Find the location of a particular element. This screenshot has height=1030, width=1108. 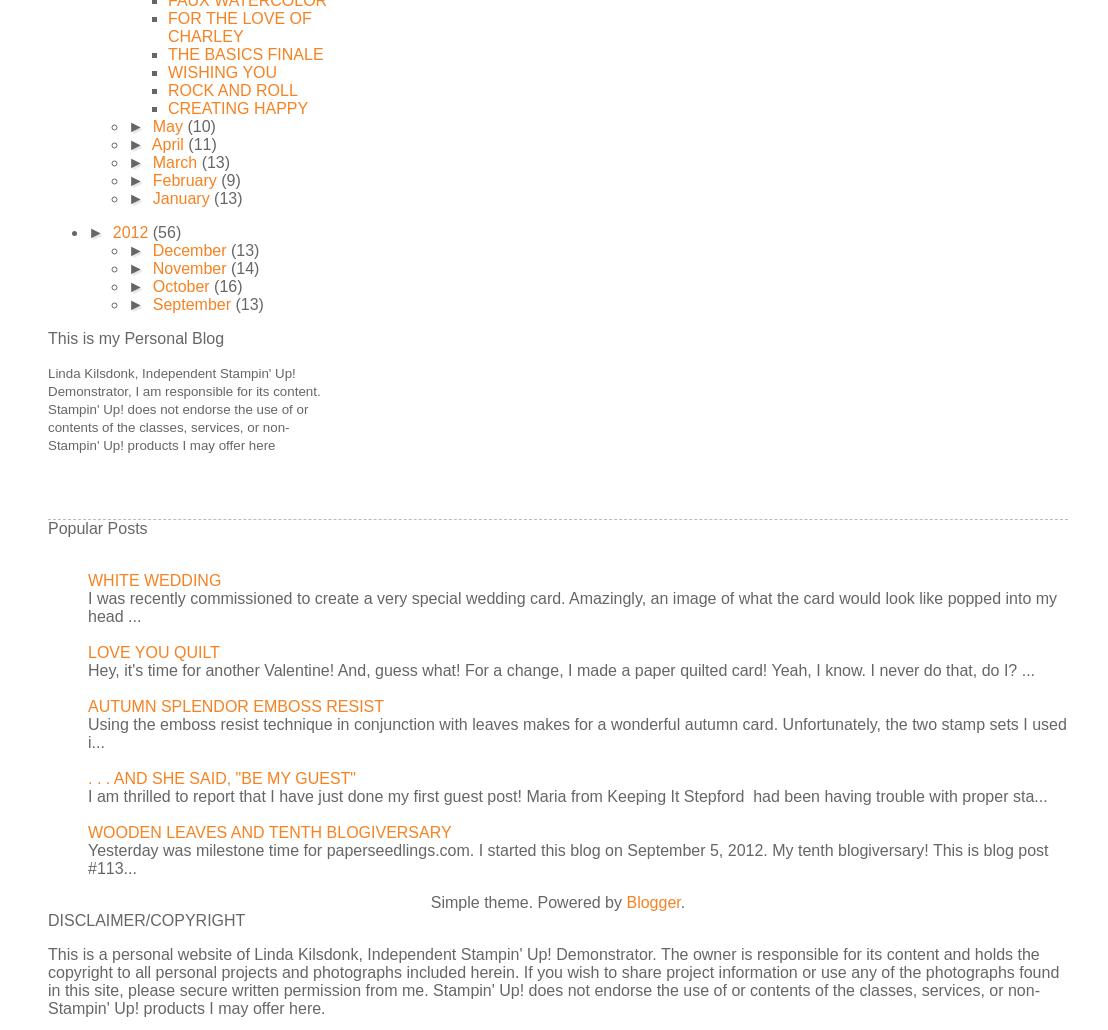

'ROCK AND ROLL' is located at coordinates (166, 89).